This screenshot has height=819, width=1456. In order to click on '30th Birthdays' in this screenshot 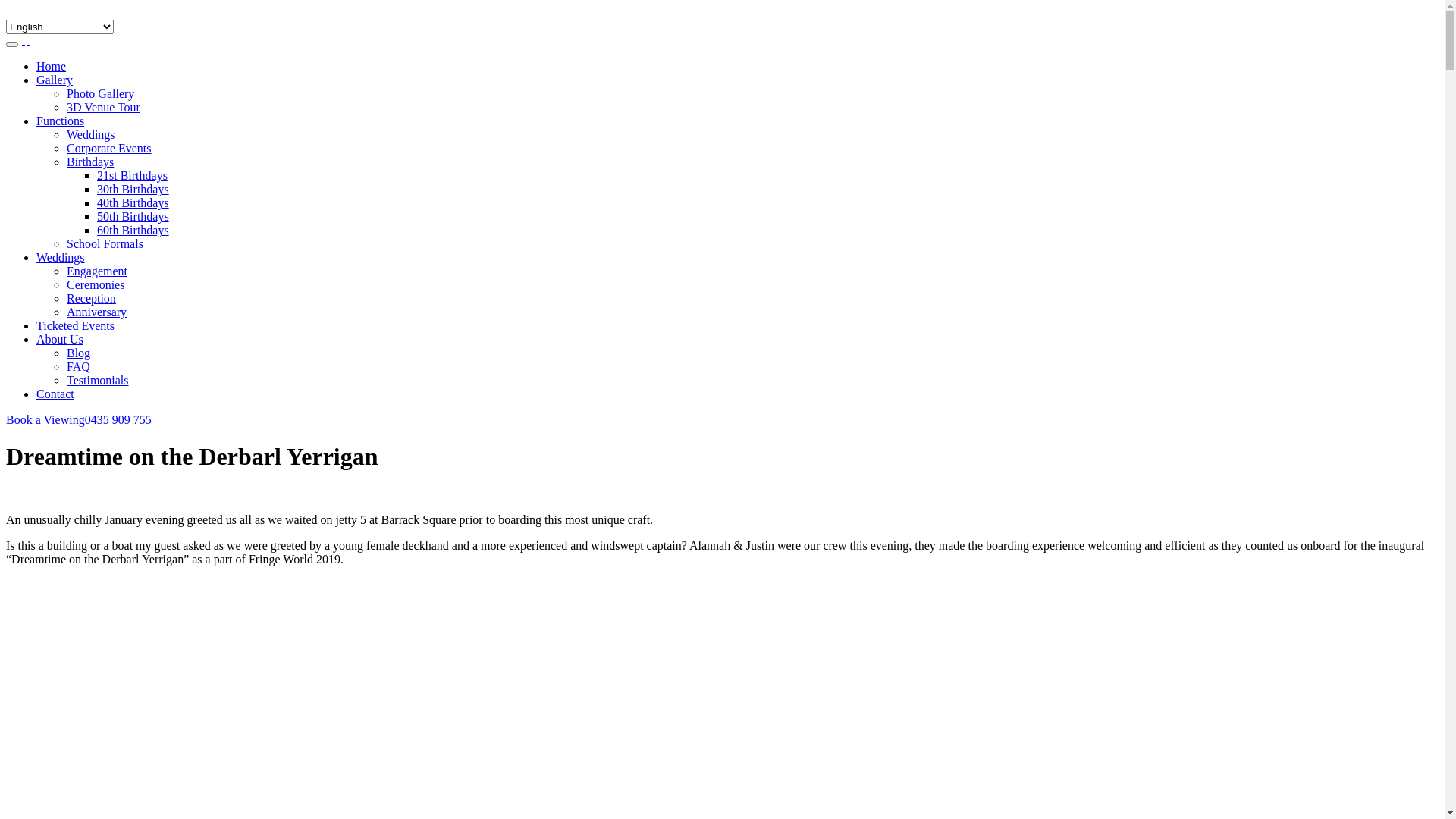, I will do `click(96, 188)`.